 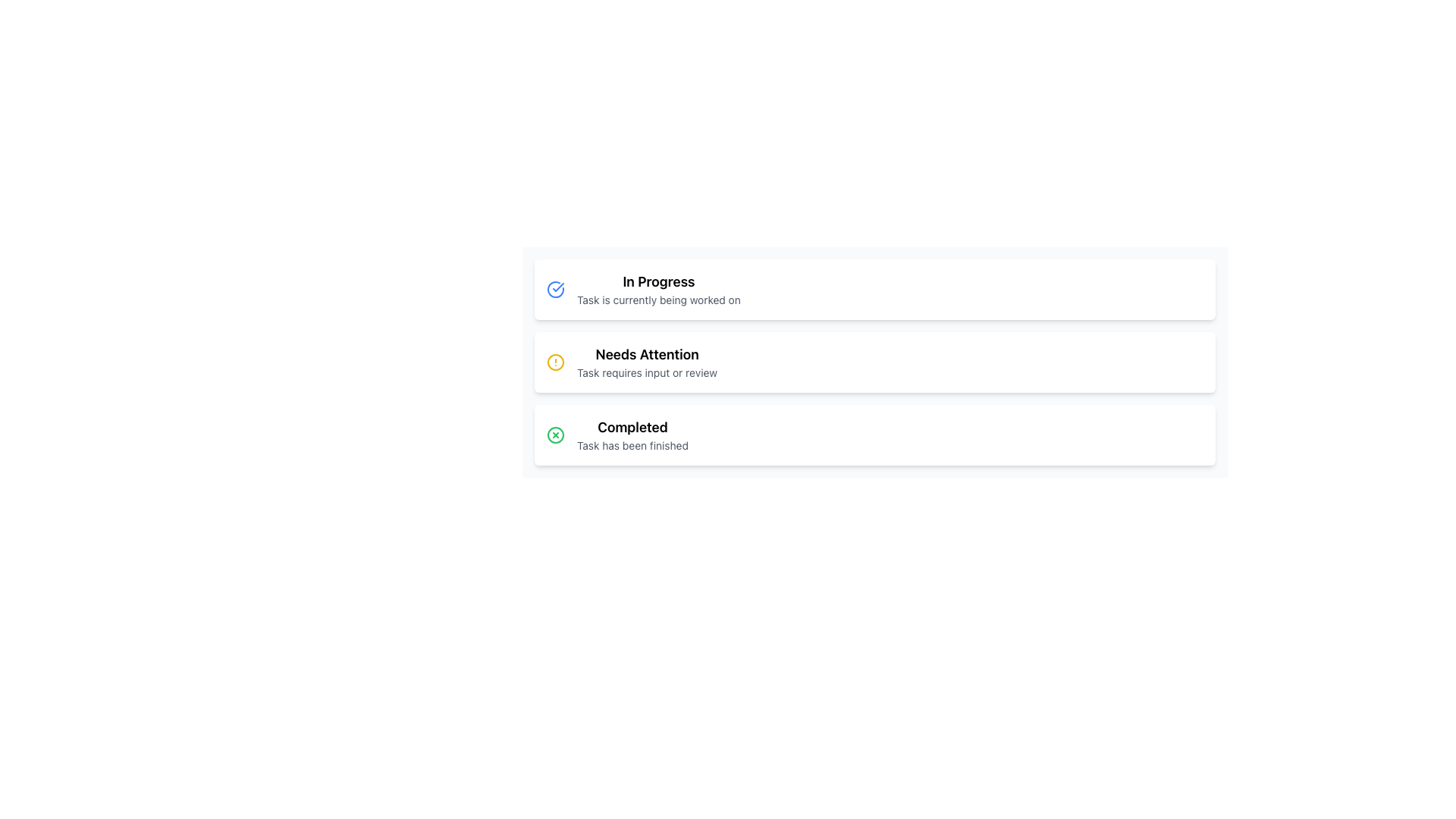 I want to click on the hollow green circle icon with a solid outline located to the left of the 'Completed' label, which contains a smaller cross symbol in the center, so click(x=555, y=435).